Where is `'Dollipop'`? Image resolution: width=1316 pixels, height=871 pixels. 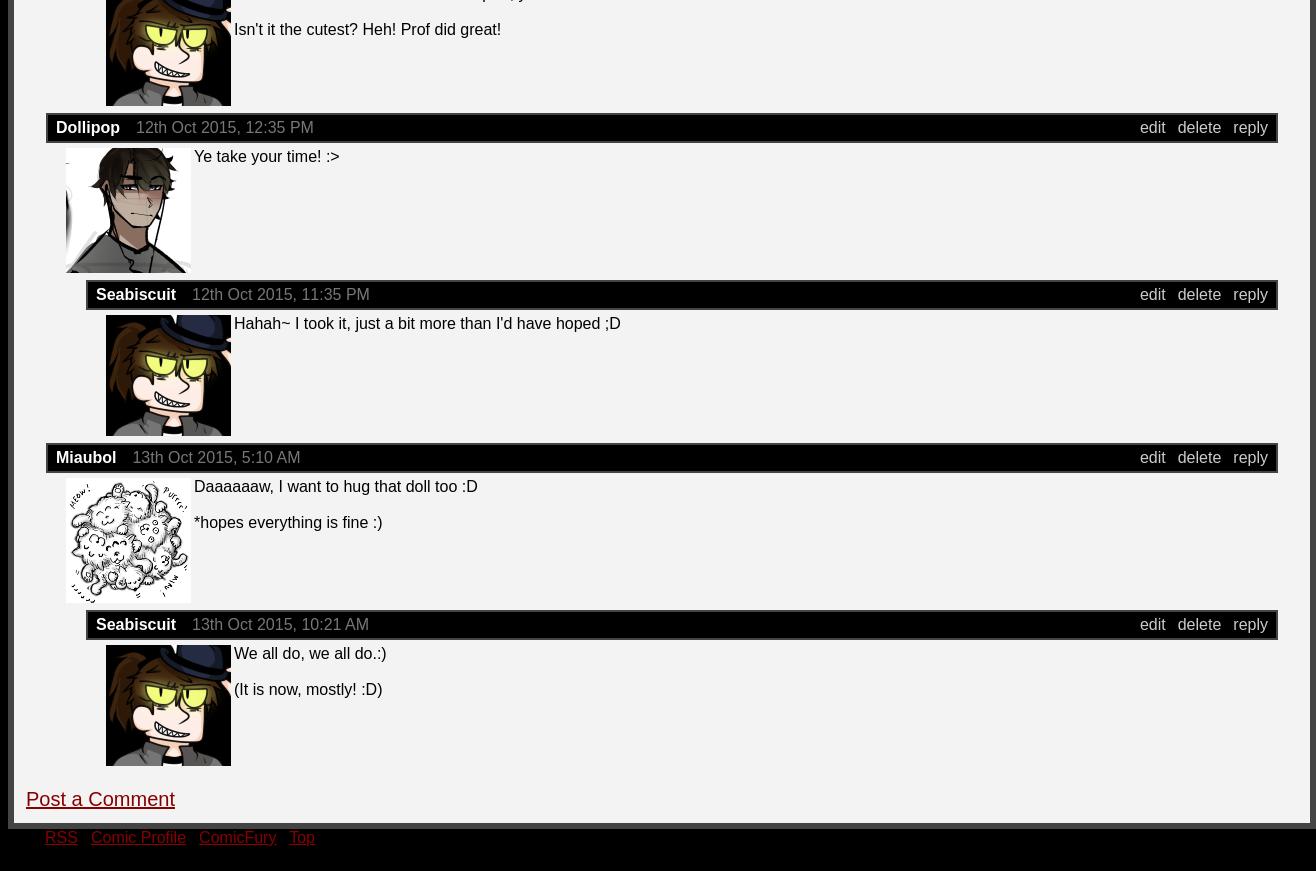 'Dollipop' is located at coordinates (87, 126).